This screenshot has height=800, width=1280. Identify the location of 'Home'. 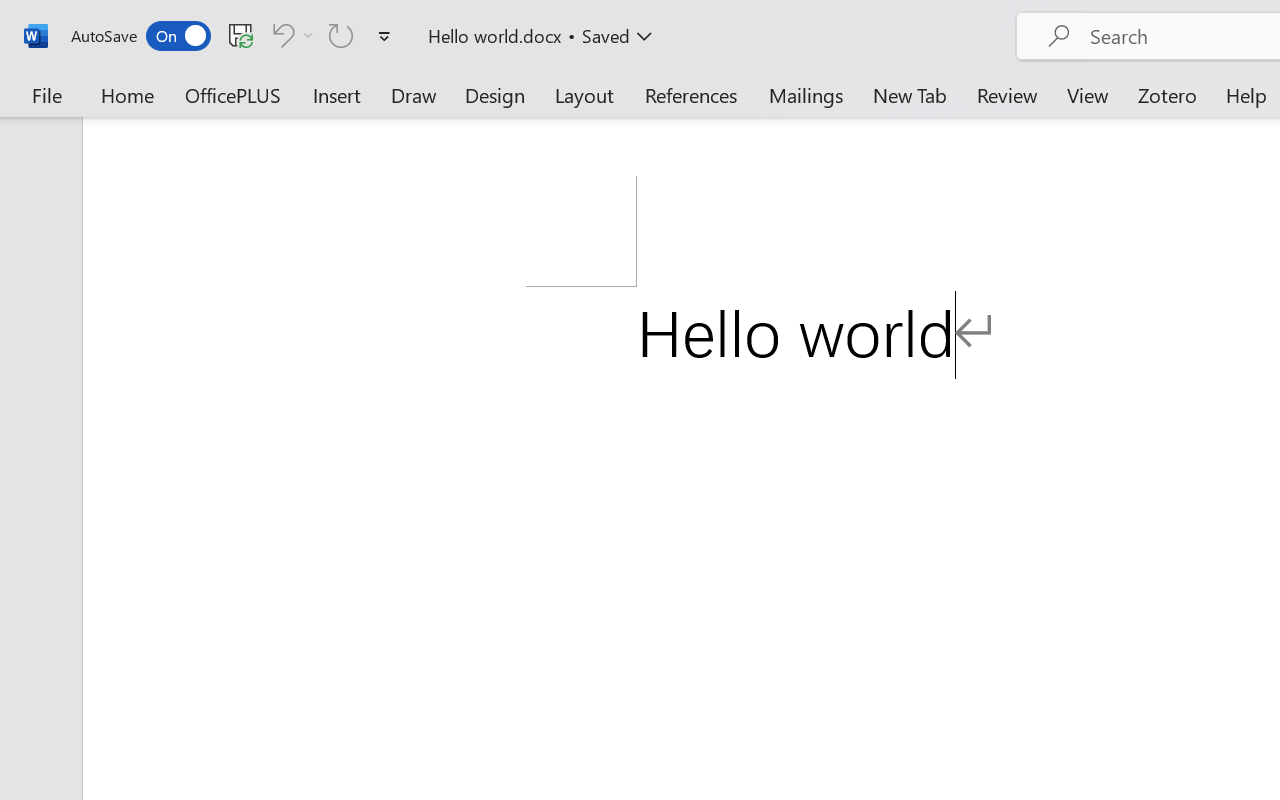
(127, 94).